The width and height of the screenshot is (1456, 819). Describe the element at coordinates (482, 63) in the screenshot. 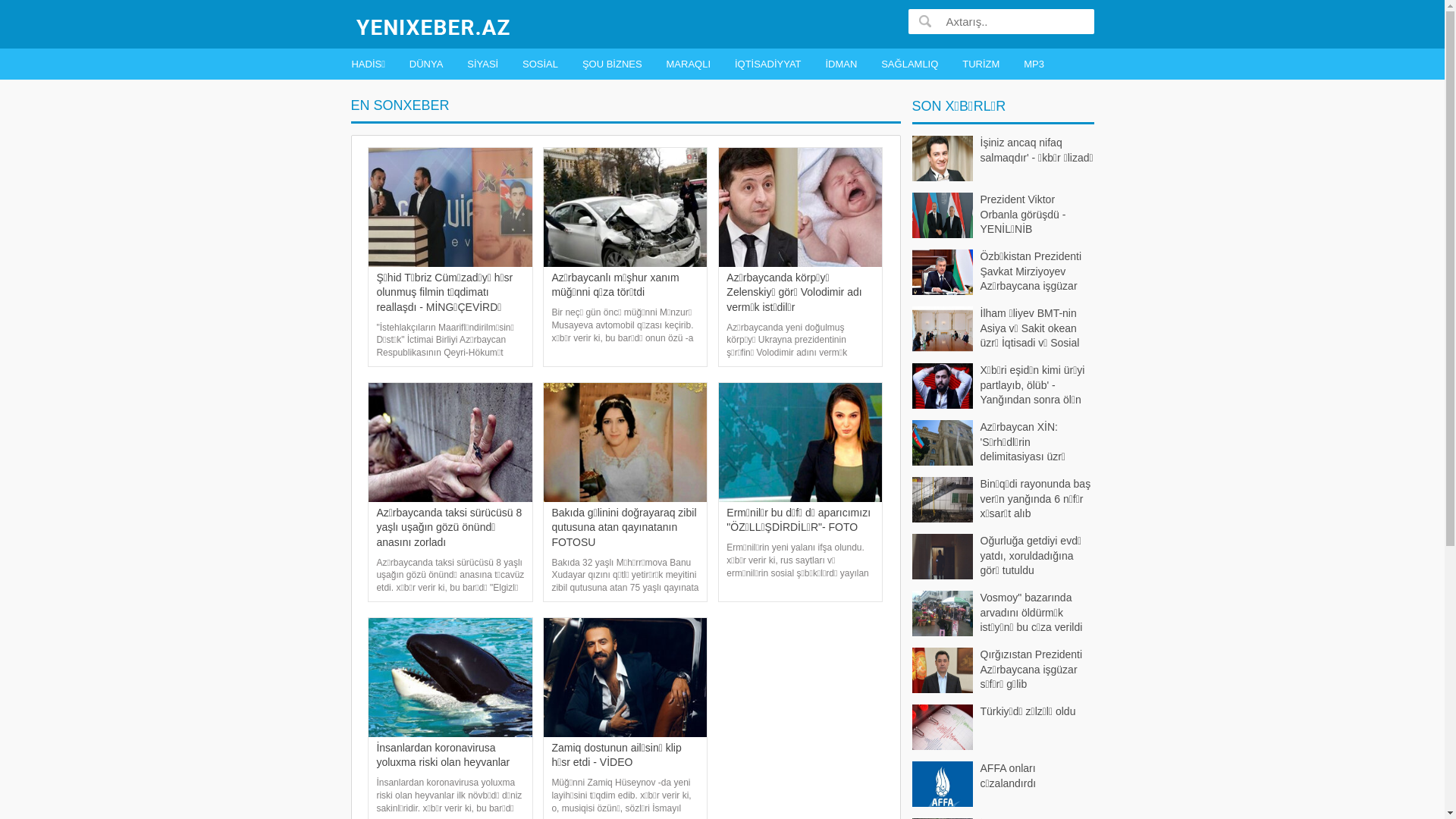

I see `'SIYASI'` at that location.